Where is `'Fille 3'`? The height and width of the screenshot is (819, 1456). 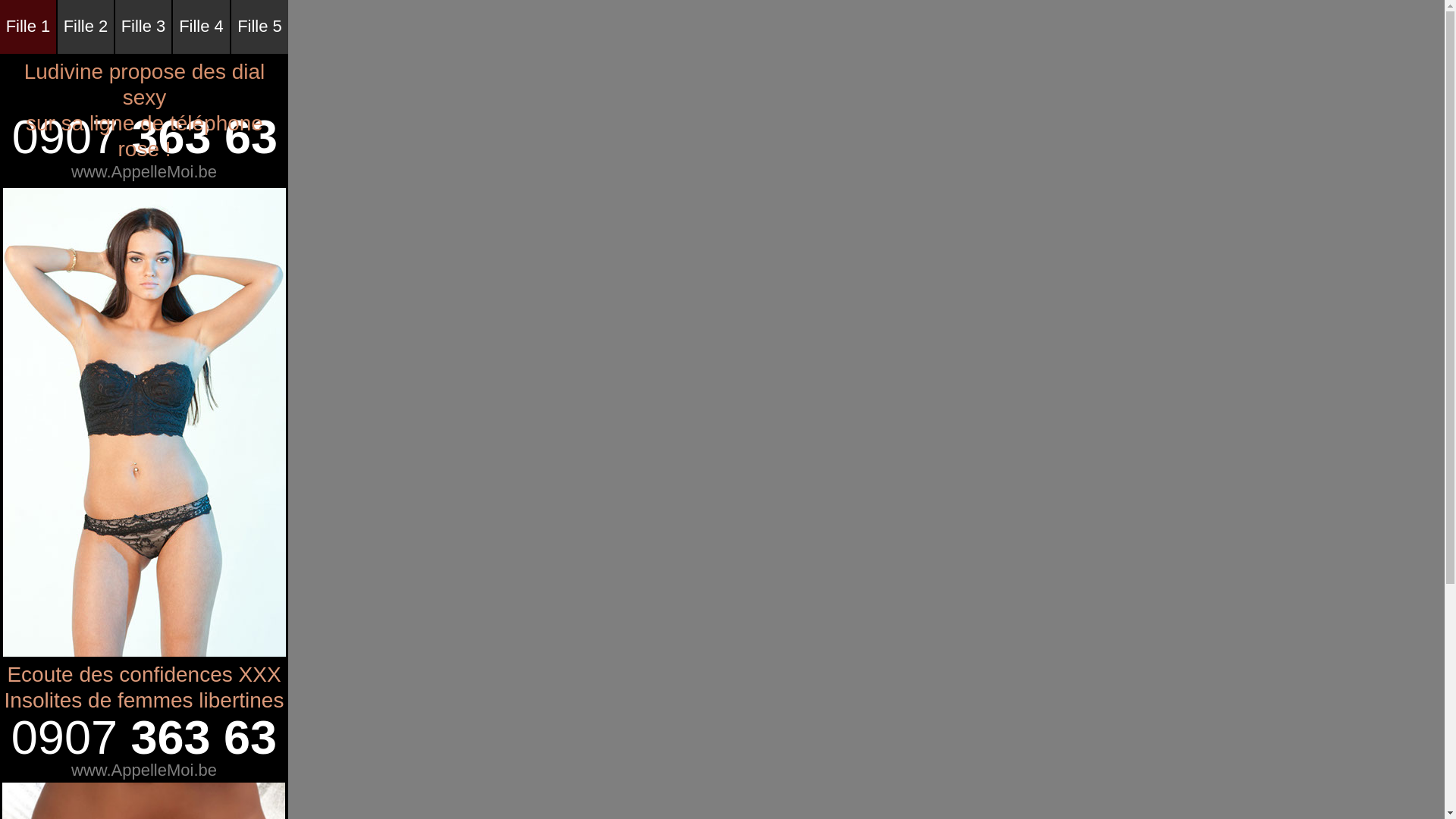 'Fille 3' is located at coordinates (143, 27).